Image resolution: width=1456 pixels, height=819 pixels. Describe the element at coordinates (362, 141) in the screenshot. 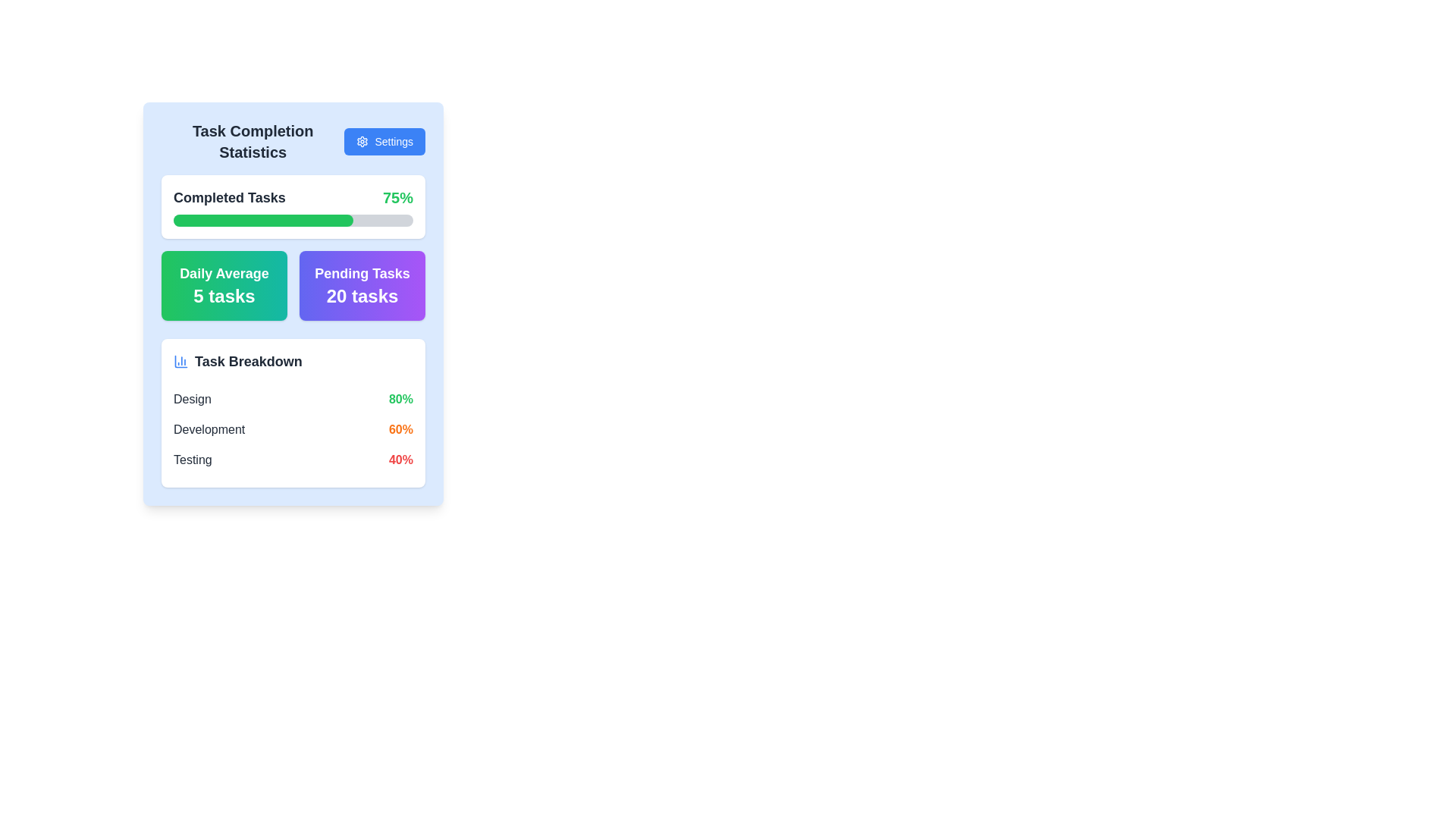

I see `the settings cogwheel icon located at the top-right corner of the card header labeled 'Task Completion Statistics'` at that location.